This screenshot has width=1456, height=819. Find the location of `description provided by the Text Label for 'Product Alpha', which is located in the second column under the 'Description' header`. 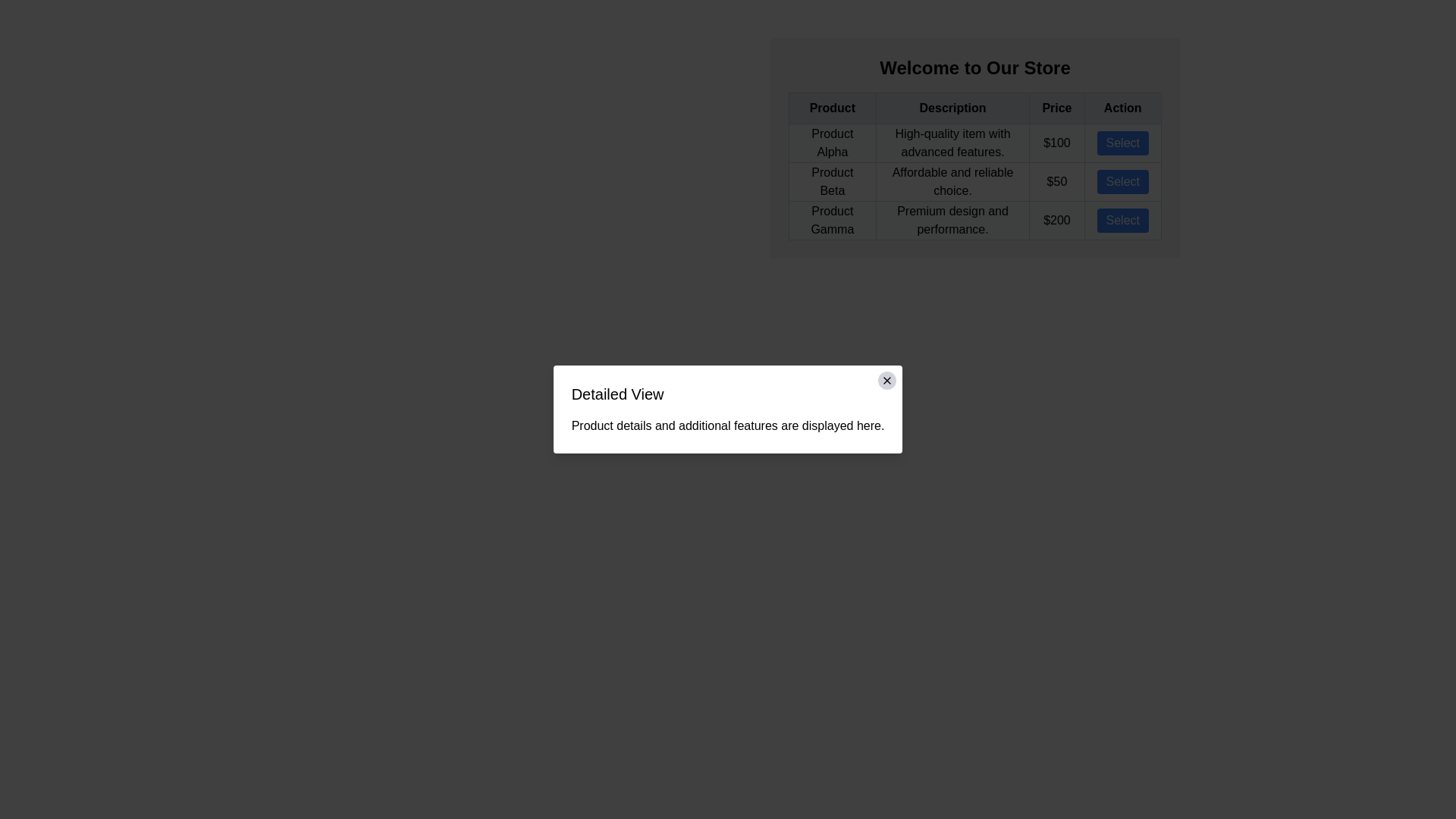

description provided by the Text Label for 'Product Alpha', which is located in the second column under the 'Description' header is located at coordinates (952, 143).